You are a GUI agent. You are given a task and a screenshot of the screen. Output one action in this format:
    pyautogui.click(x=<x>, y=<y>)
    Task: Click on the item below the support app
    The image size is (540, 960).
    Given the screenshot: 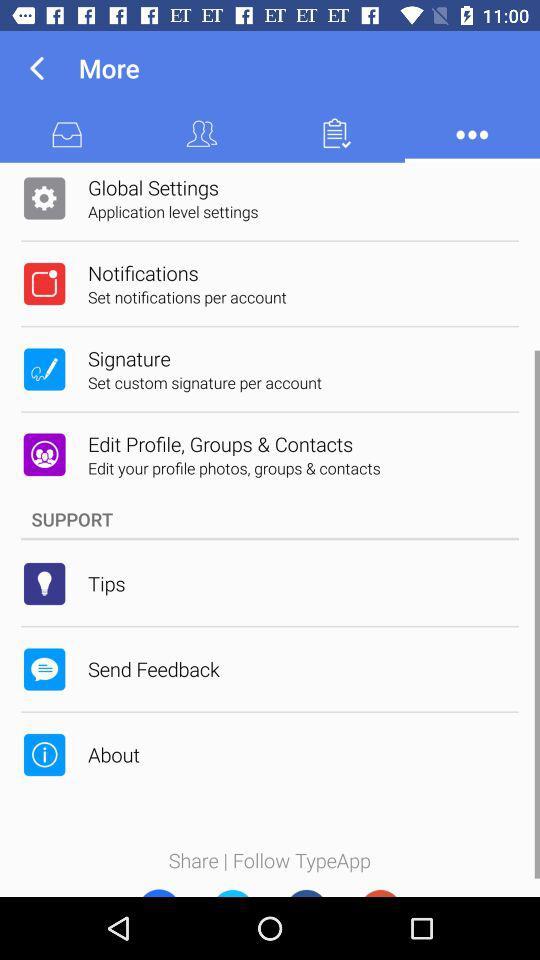 What is the action you would take?
    pyautogui.click(x=106, y=583)
    